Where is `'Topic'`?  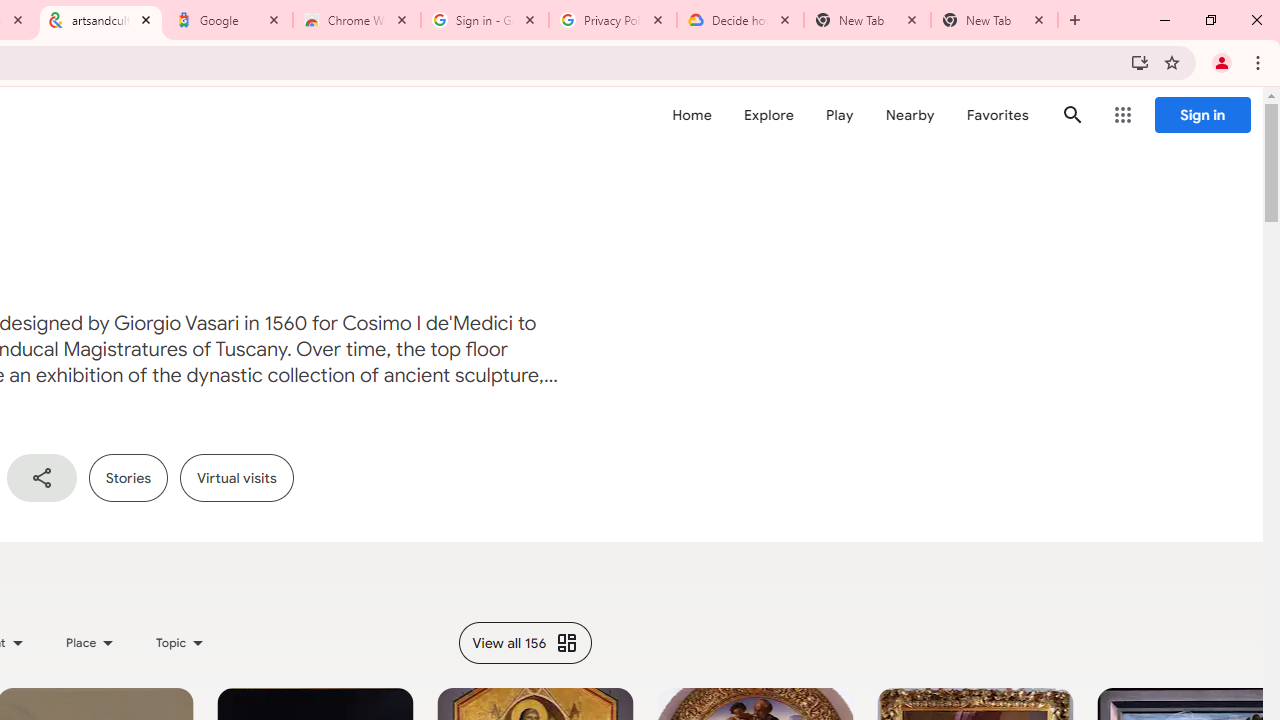
'Topic' is located at coordinates (181, 642).